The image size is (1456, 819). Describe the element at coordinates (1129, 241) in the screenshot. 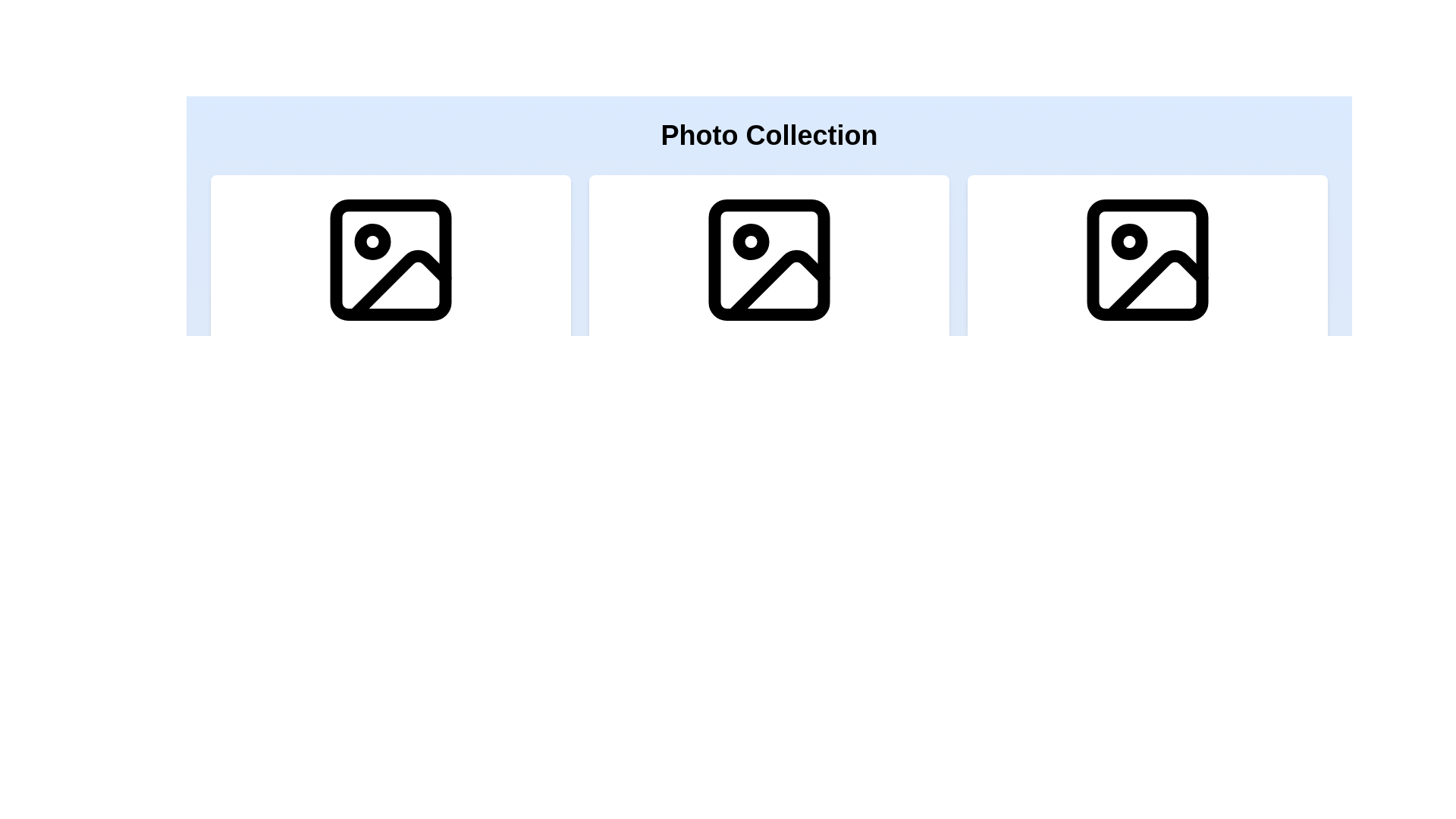

I see `the small circular shape with a white center and black outline, which is a sub-component of the third image icon in a row of three similar icons` at that location.